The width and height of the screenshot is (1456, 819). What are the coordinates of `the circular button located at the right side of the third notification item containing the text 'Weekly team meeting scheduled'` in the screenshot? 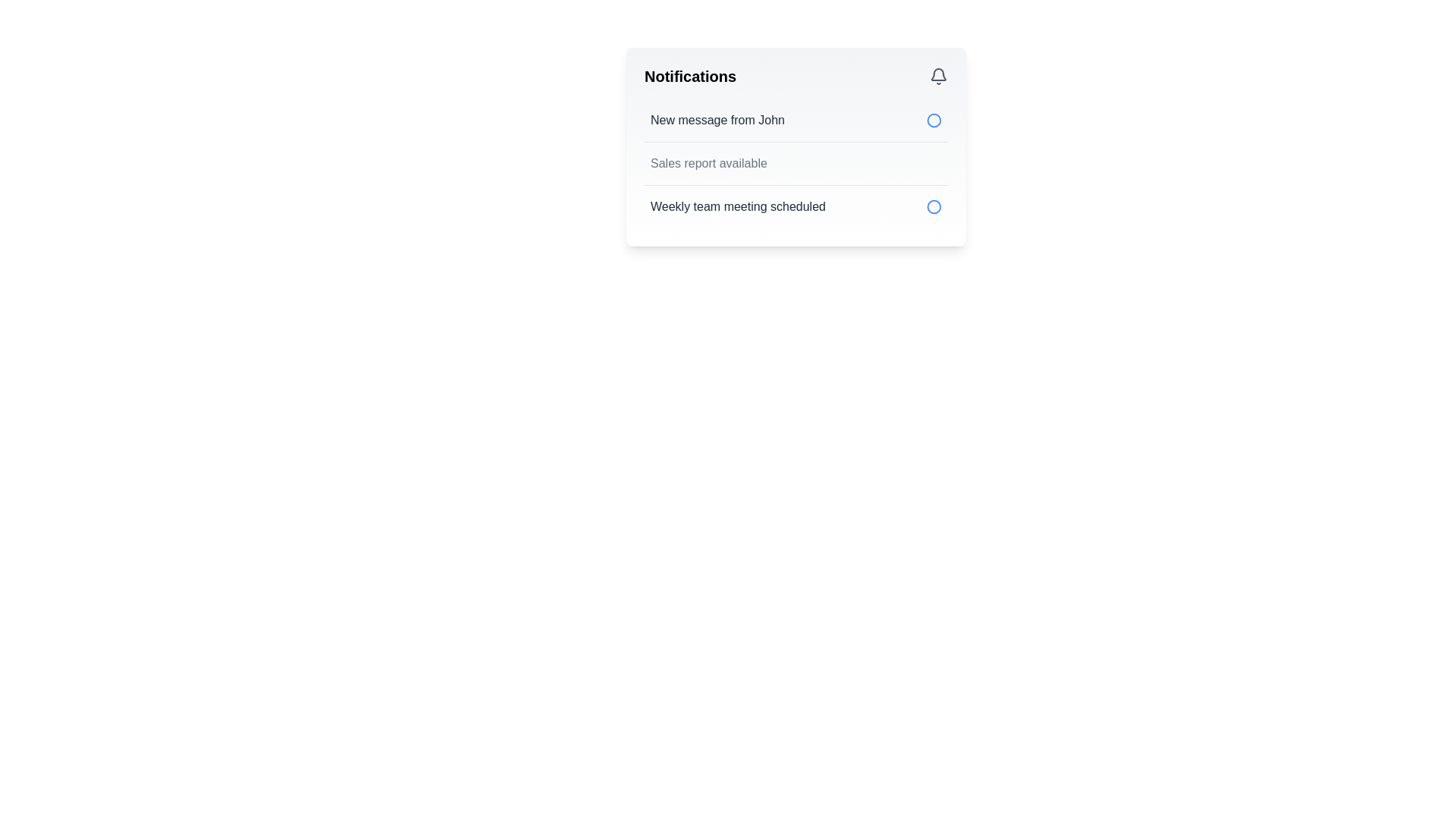 It's located at (934, 207).